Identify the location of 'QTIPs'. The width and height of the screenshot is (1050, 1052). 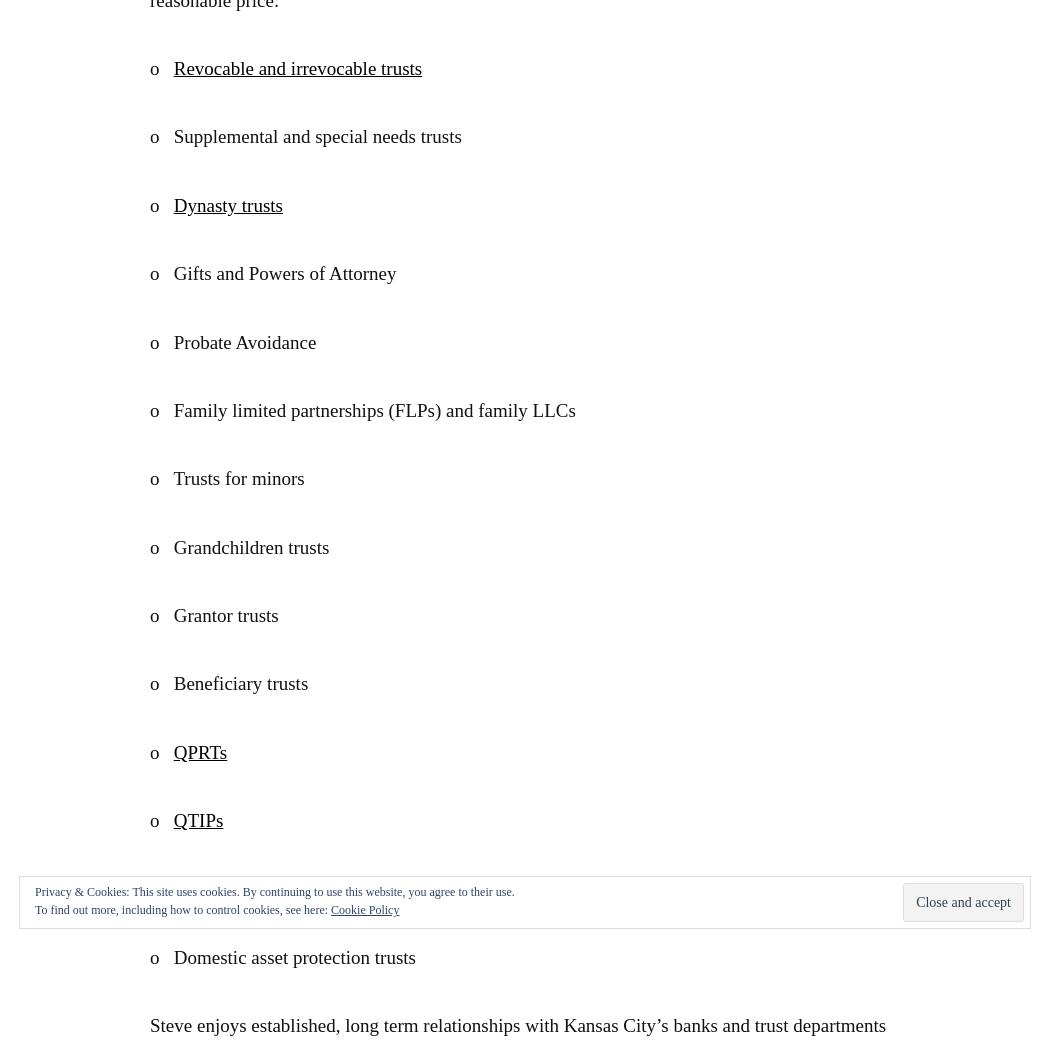
(197, 820).